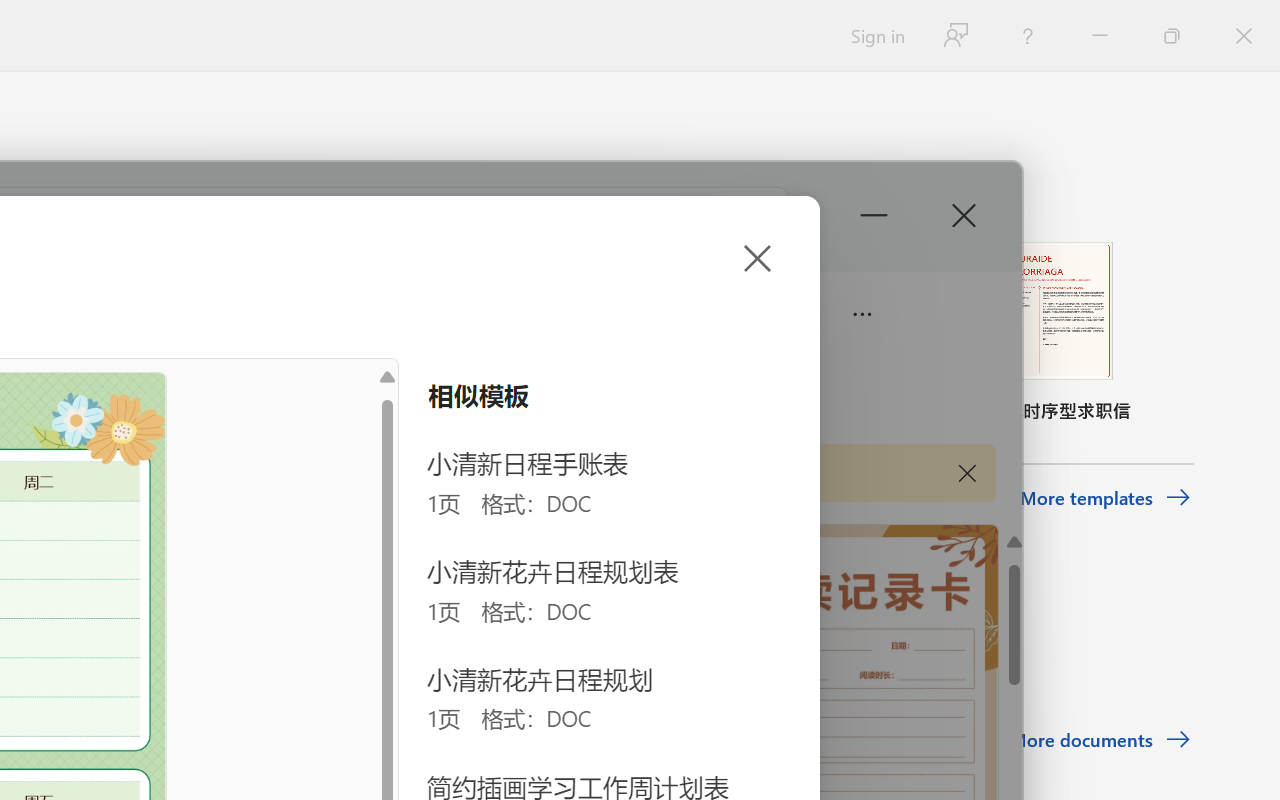 Image resolution: width=1280 pixels, height=800 pixels. Describe the element at coordinates (876, 34) in the screenshot. I see `'Sign in'` at that location.